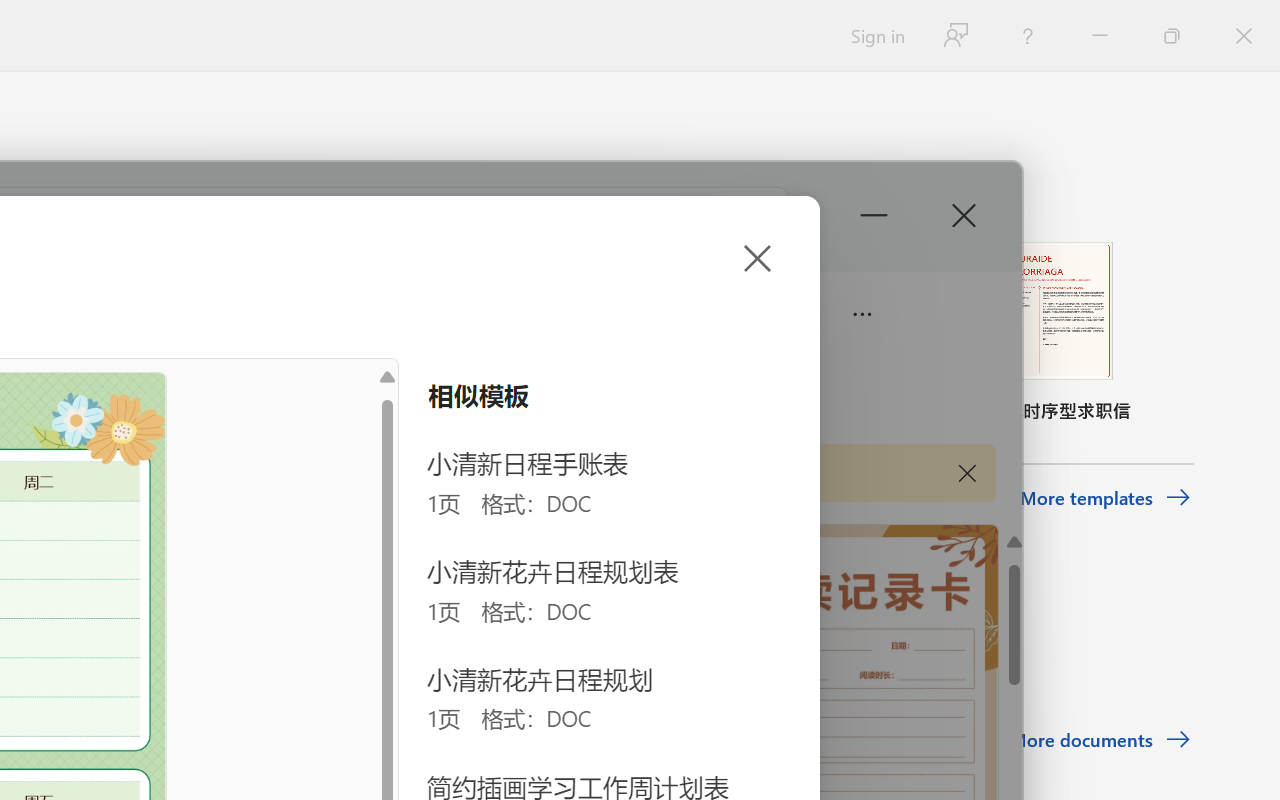 Image resolution: width=1280 pixels, height=800 pixels. Describe the element at coordinates (876, 34) in the screenshot. I see `'Sign in'` at that location.